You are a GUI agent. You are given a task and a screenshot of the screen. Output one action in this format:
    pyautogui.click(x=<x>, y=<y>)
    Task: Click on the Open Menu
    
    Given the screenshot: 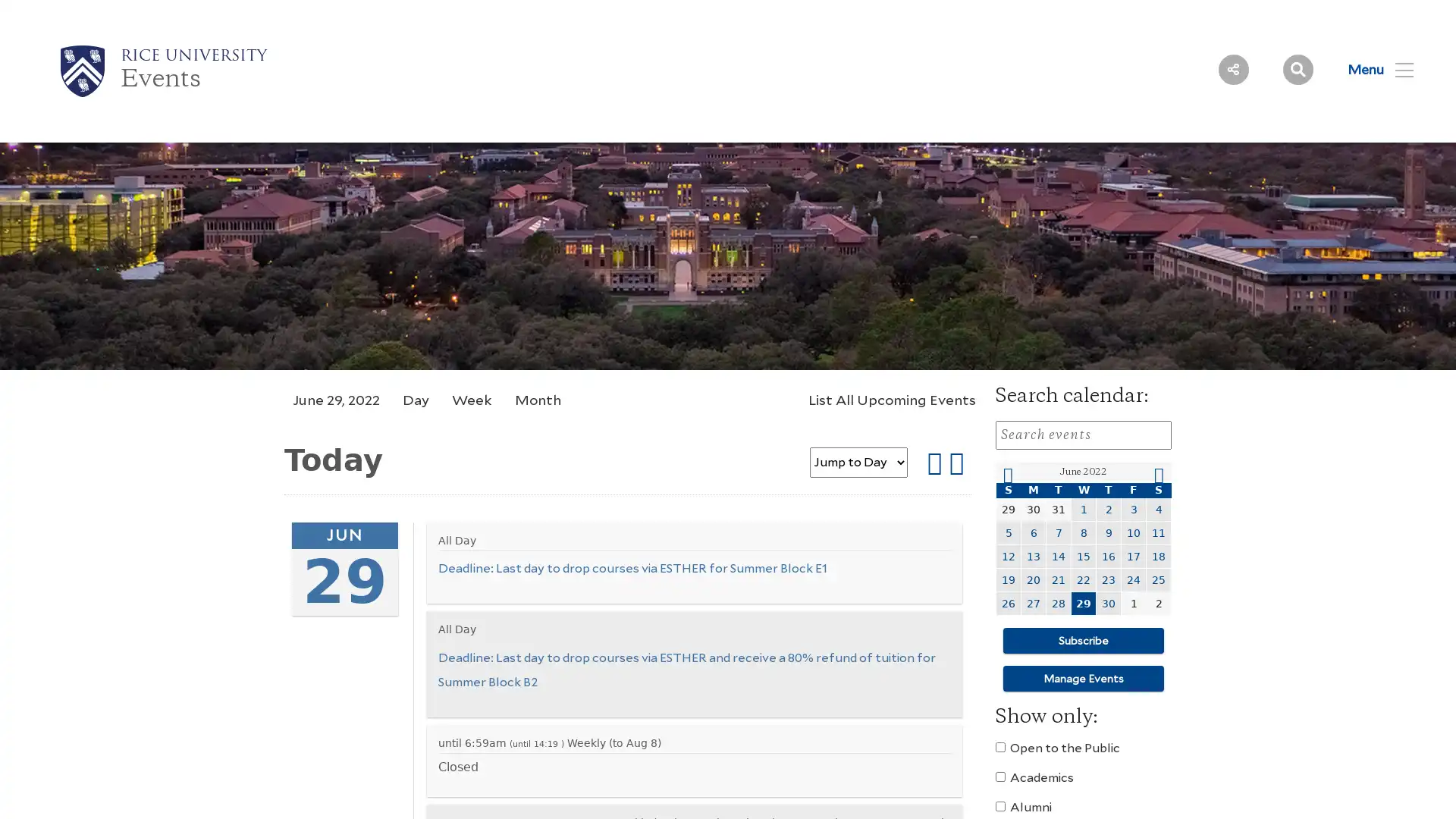 What is the action you would take?
    pyautogui.click(x=1371, y=69)
    